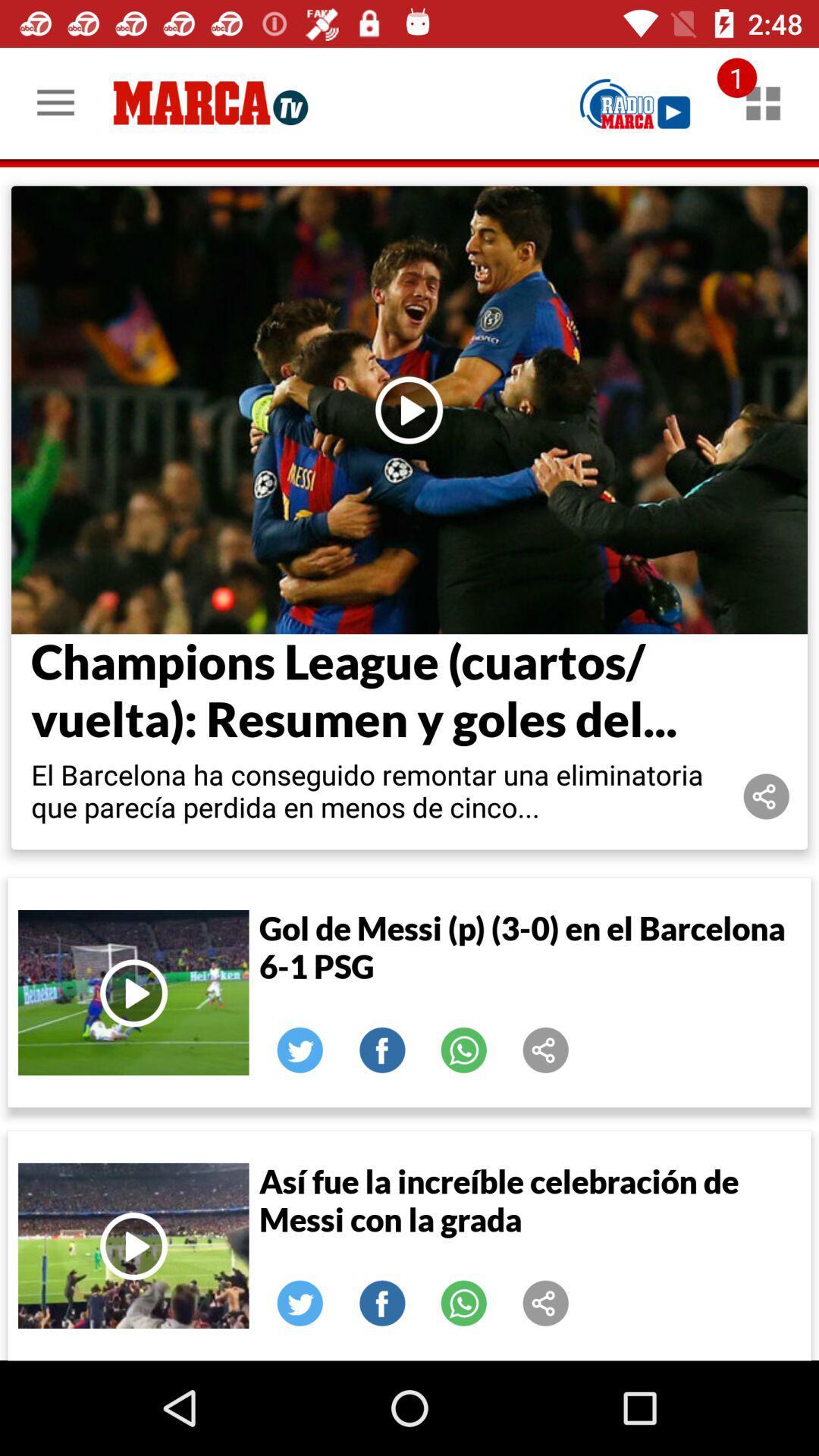 The image size is (819, 1456). What do you see at coordinates (300, 1050) in the screenshot?
I see `share the video with your twitter friends` at bounding box center [300, 1050].